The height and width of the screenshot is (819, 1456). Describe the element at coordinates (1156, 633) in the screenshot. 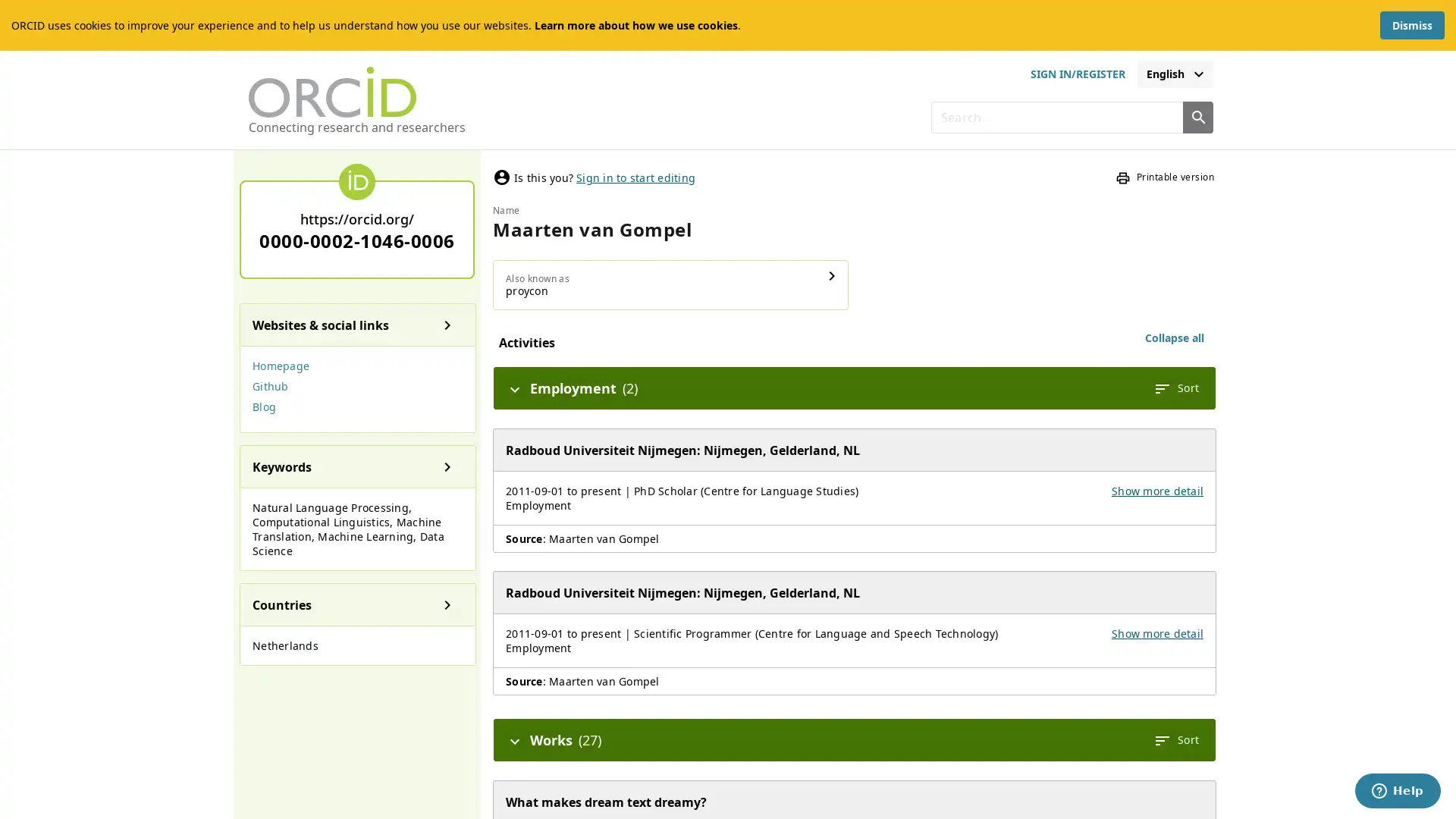

I see `Show more detail` at that location.